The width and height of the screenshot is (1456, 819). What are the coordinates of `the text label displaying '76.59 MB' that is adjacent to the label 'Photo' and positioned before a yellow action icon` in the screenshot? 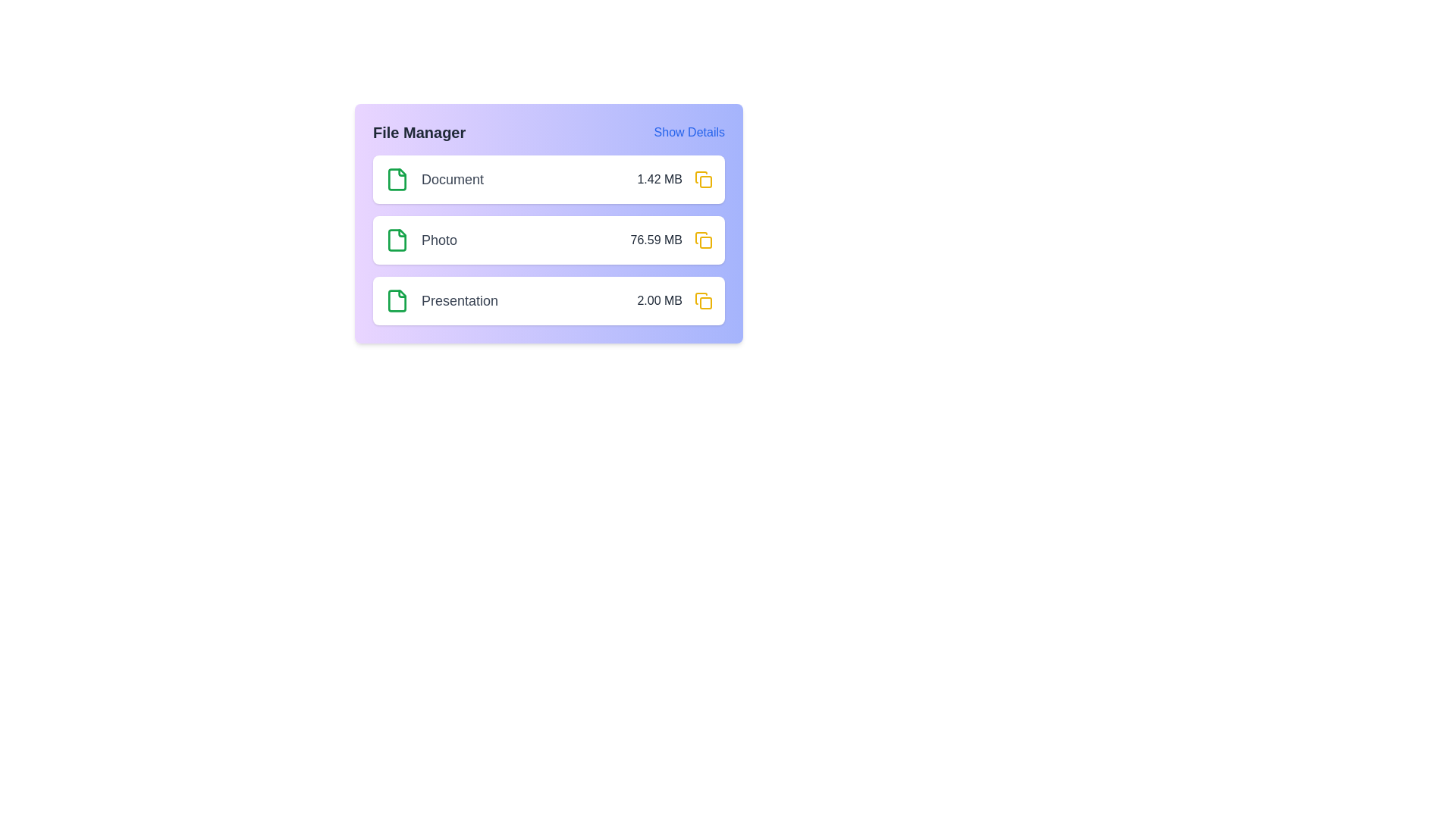 It's located at (670, 239).